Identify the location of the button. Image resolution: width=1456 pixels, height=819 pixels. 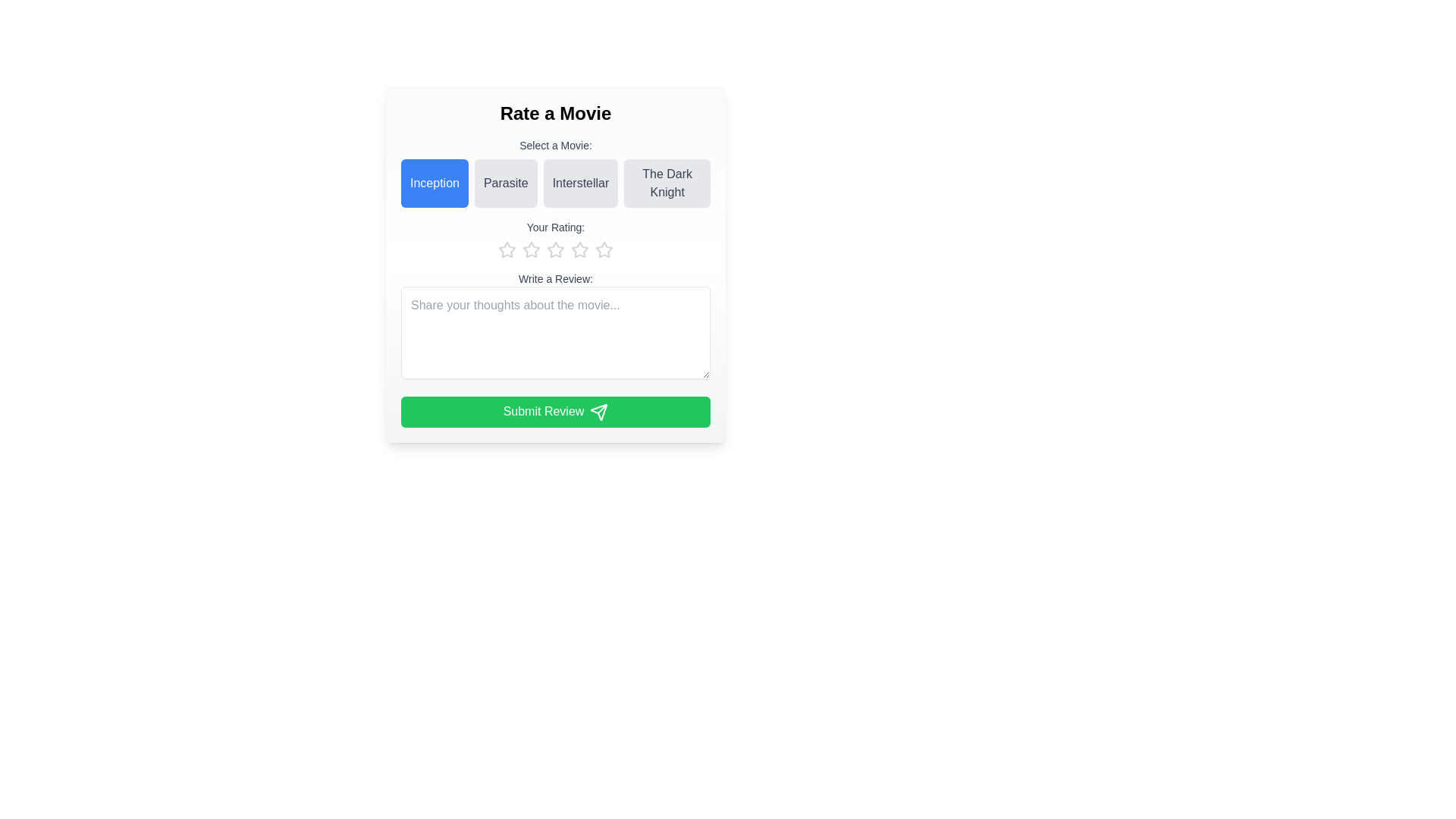
(580, 183).